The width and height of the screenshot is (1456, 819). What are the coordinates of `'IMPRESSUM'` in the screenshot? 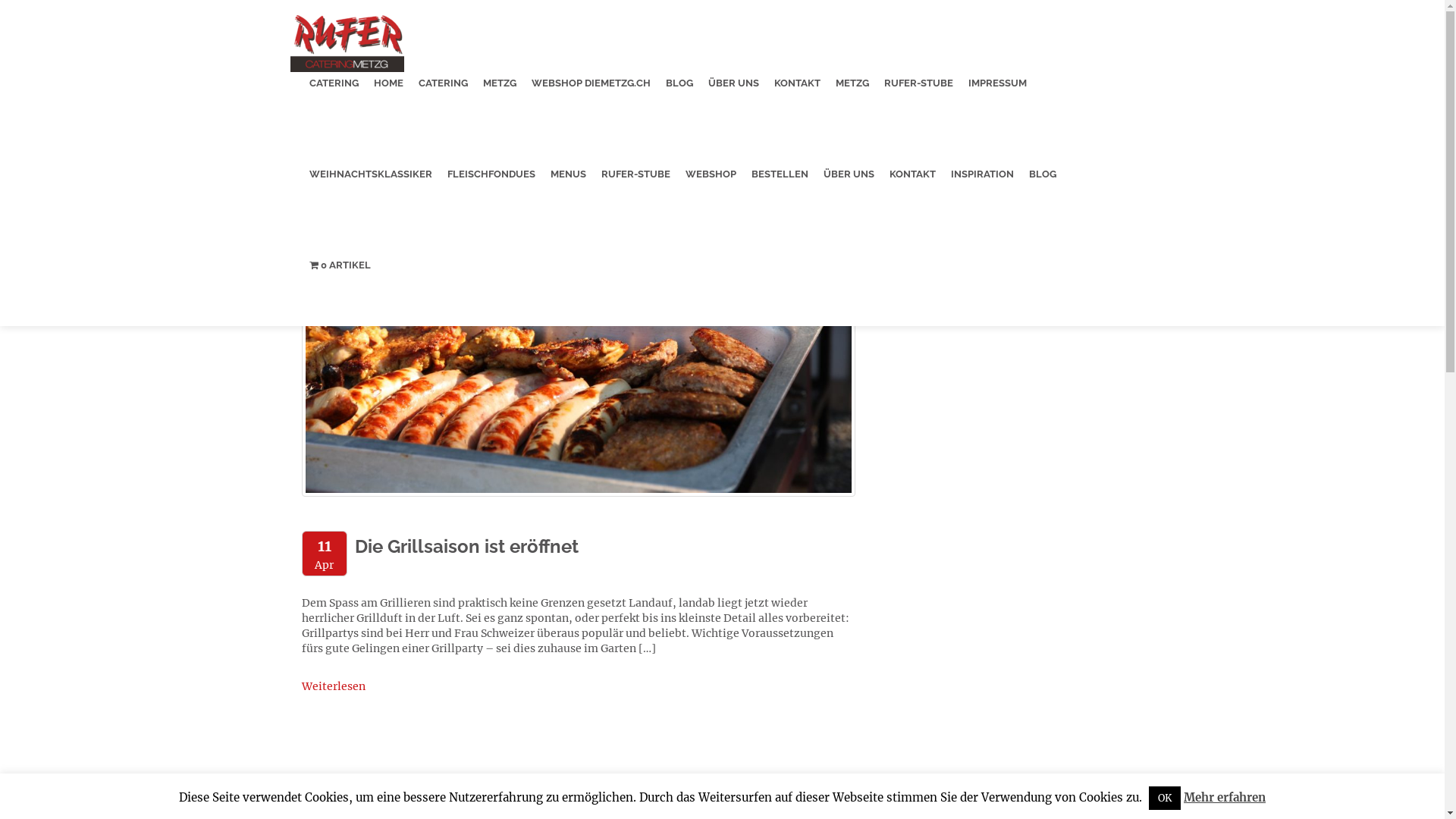 It's located at (996, 83).